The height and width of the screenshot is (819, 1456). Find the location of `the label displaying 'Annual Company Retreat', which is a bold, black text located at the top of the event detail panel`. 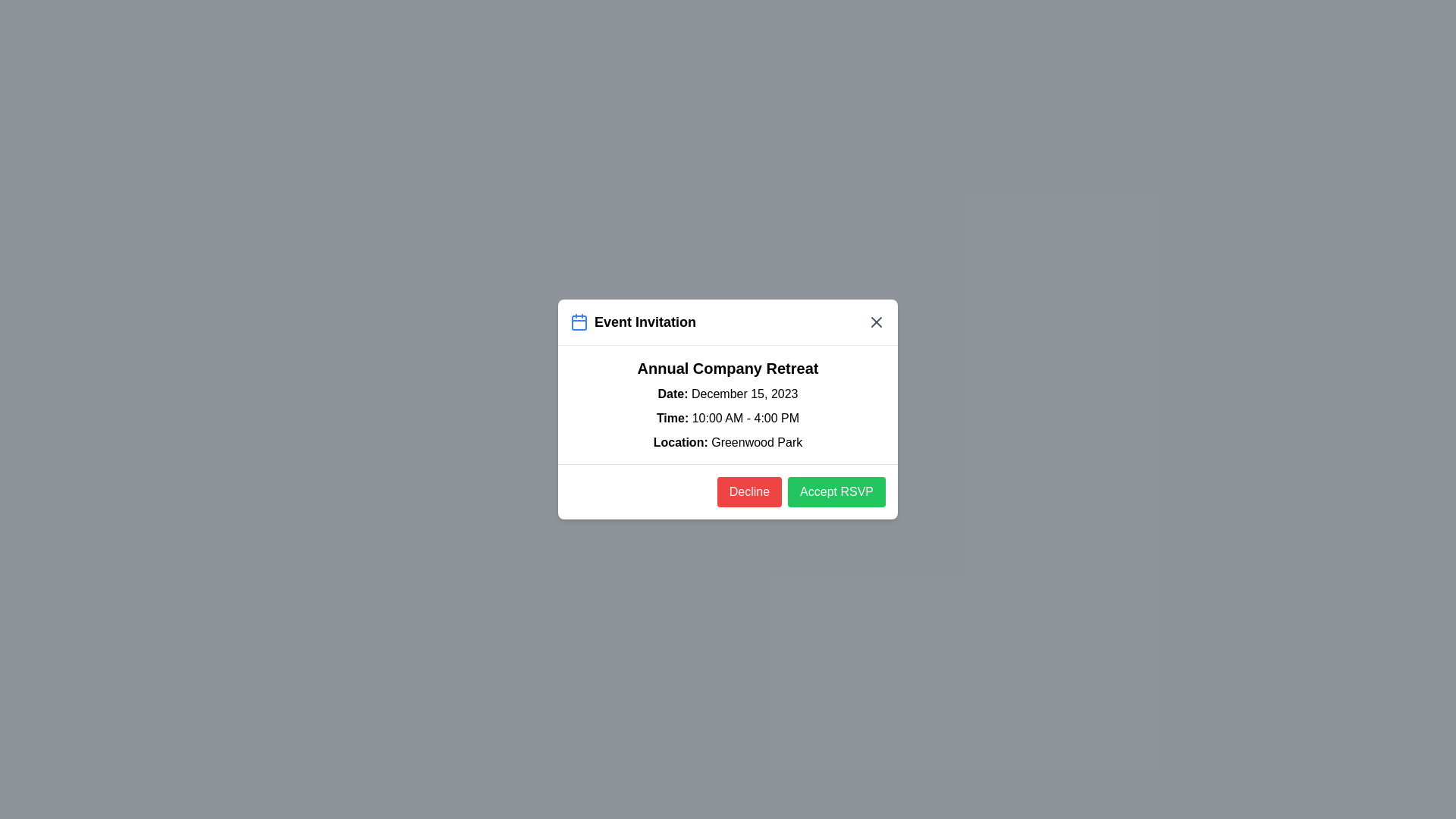

the label displaying 'Annual Company Retreat', which is a bold, black text located at the top of the event detail panel is located at coordinates (728, 369).